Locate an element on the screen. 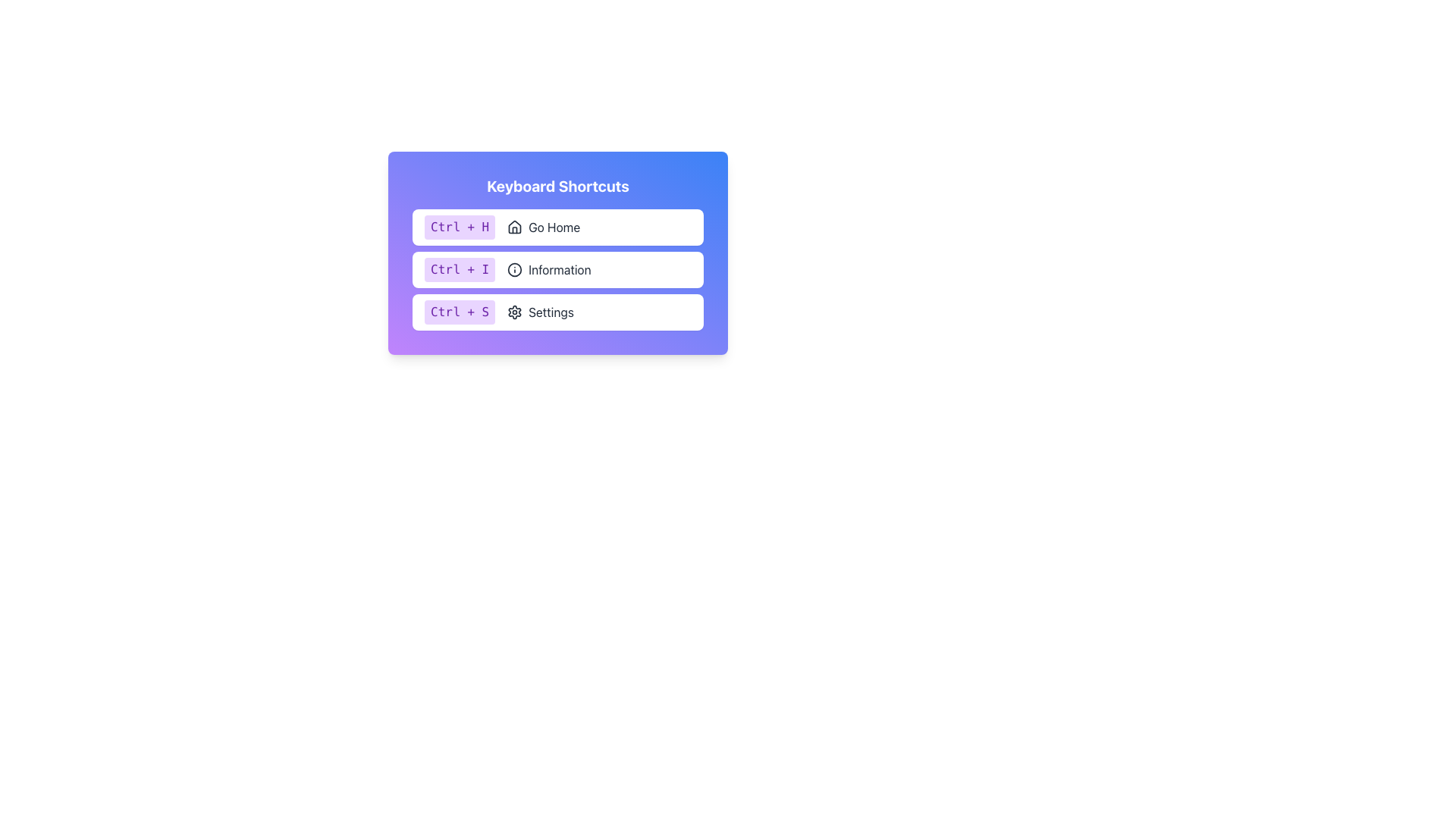 The height and width of the screenshot is (819, 1456). the 'Settings' label with a gear icon, which is positioned to the right of the 'Ctrl + S' label and aligned horizontally with it is located at coordinates (541, 312).